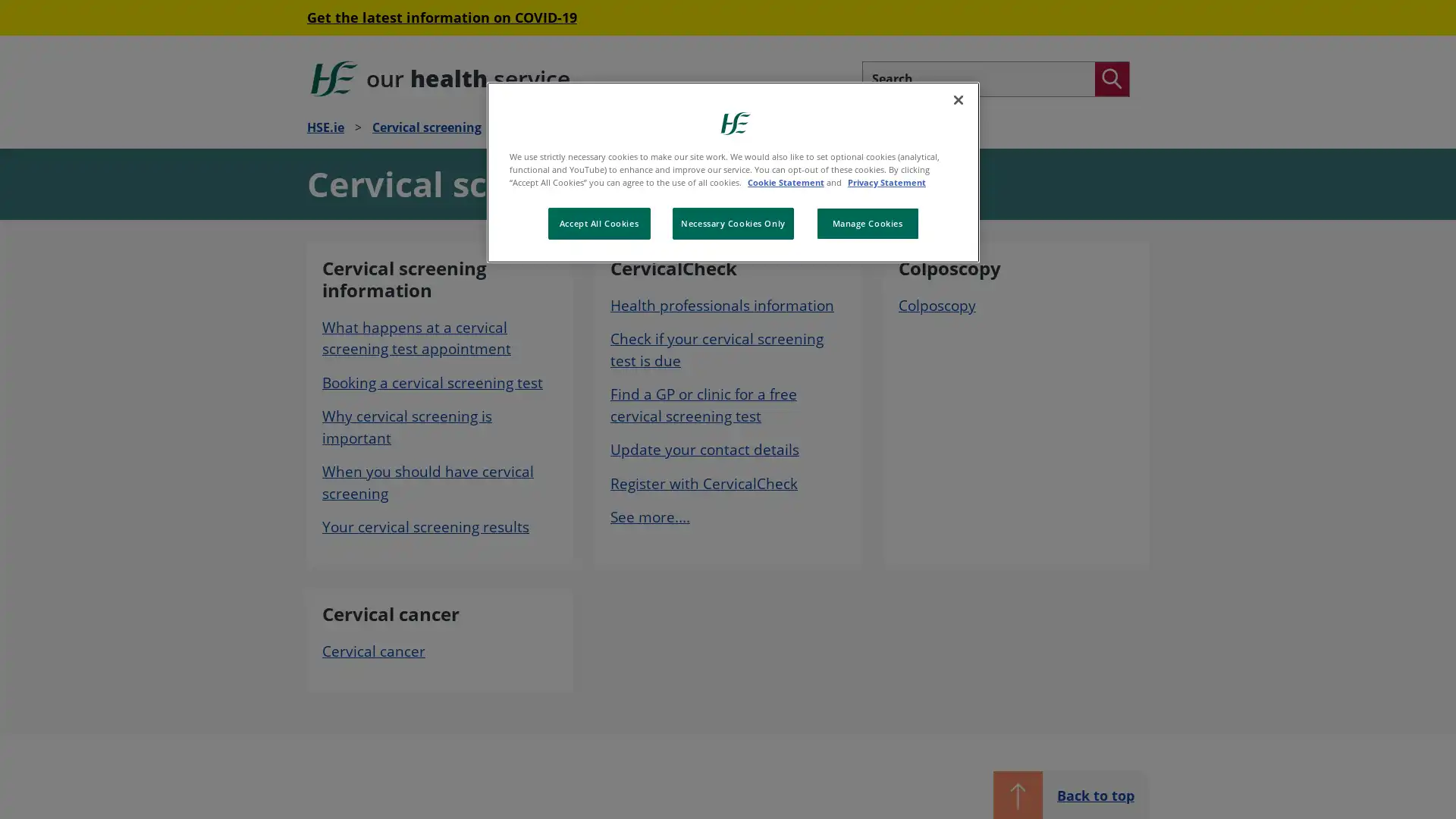 Image resolution: width=1456 pixels, height=819 pixels. What do you see at coordinates (867, 223) in the screenshot?
I see `Manage Cookies` at bounding box center [867, 223].